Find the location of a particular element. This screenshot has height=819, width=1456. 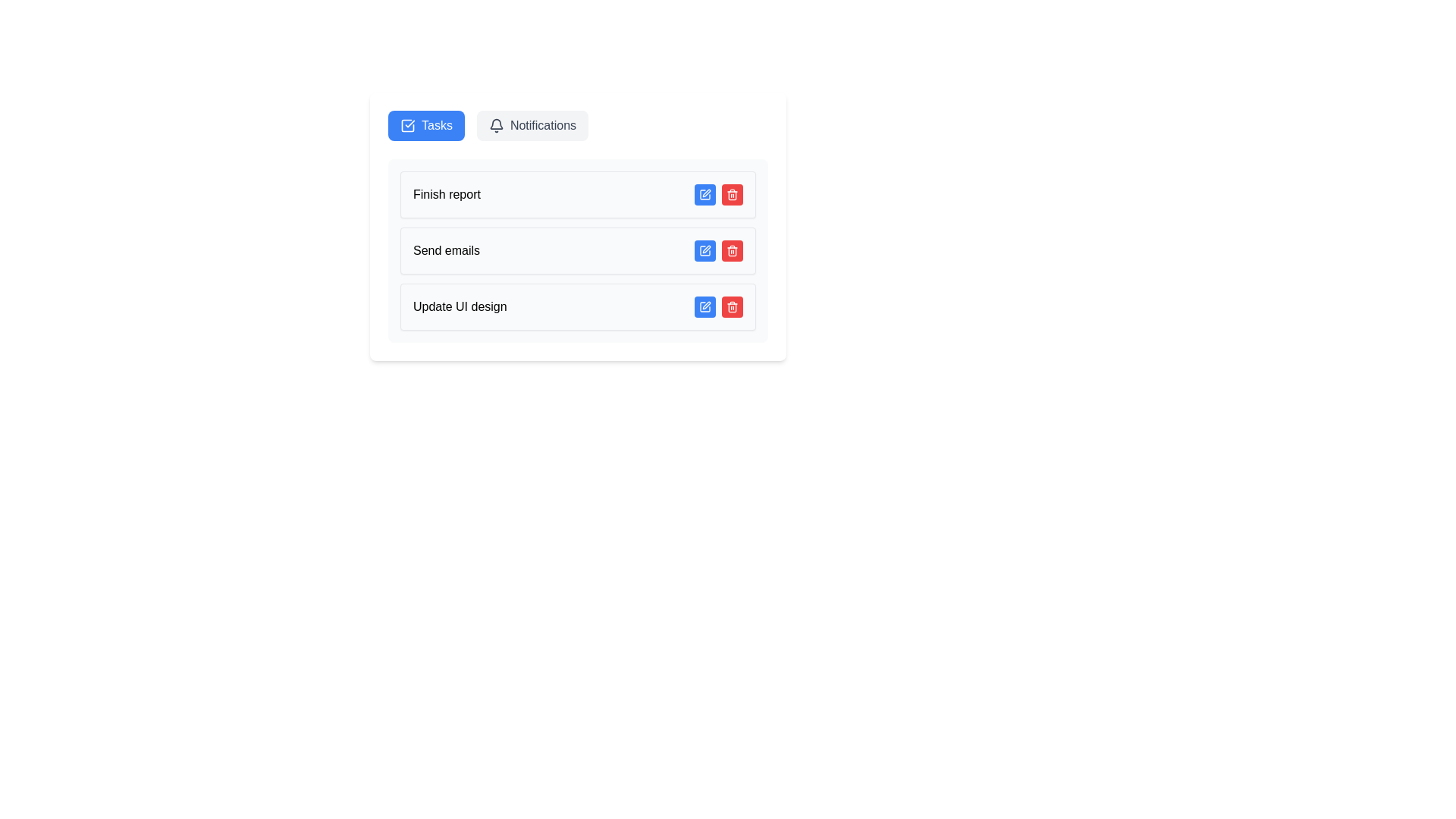

the 'Tasks' label within the rounded button is located at coordinates (436, 124).